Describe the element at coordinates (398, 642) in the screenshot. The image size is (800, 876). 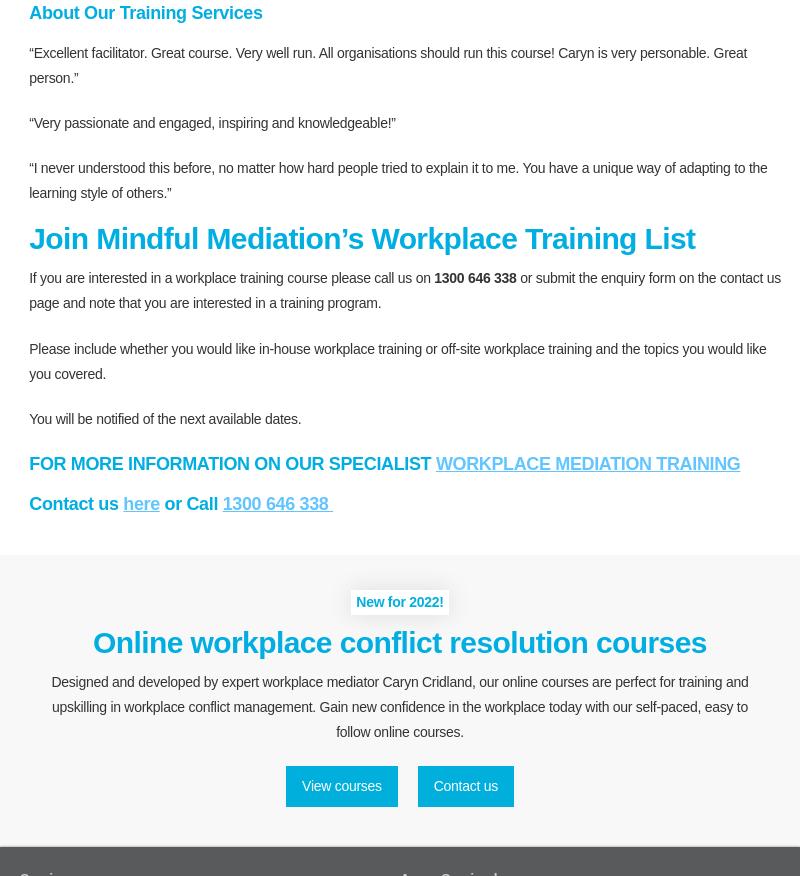
I see `'Online workplace conflict resolution courses'` at that location.